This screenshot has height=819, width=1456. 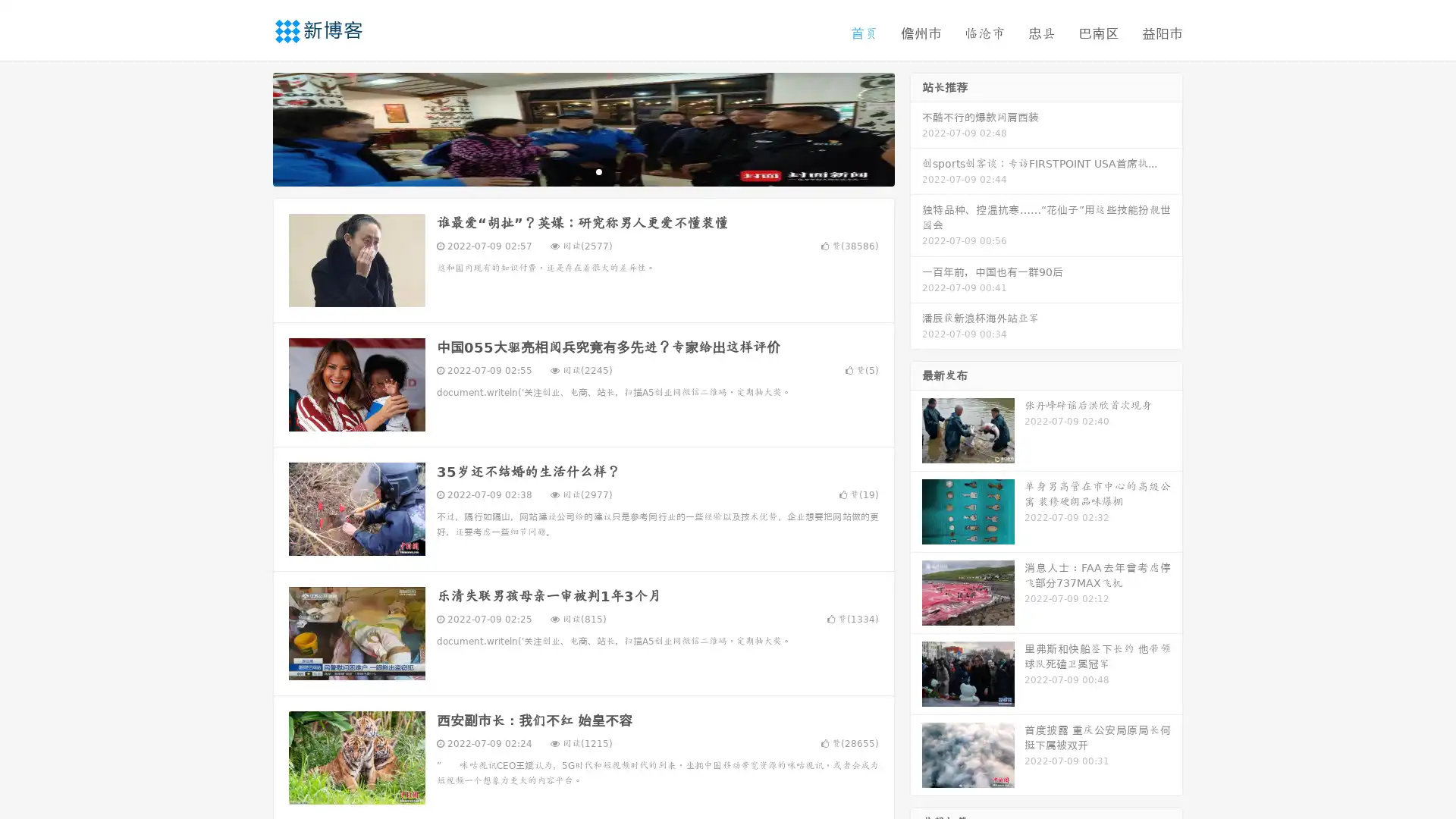 I want to click on Go to slide 1, so click(x=567, y=171).